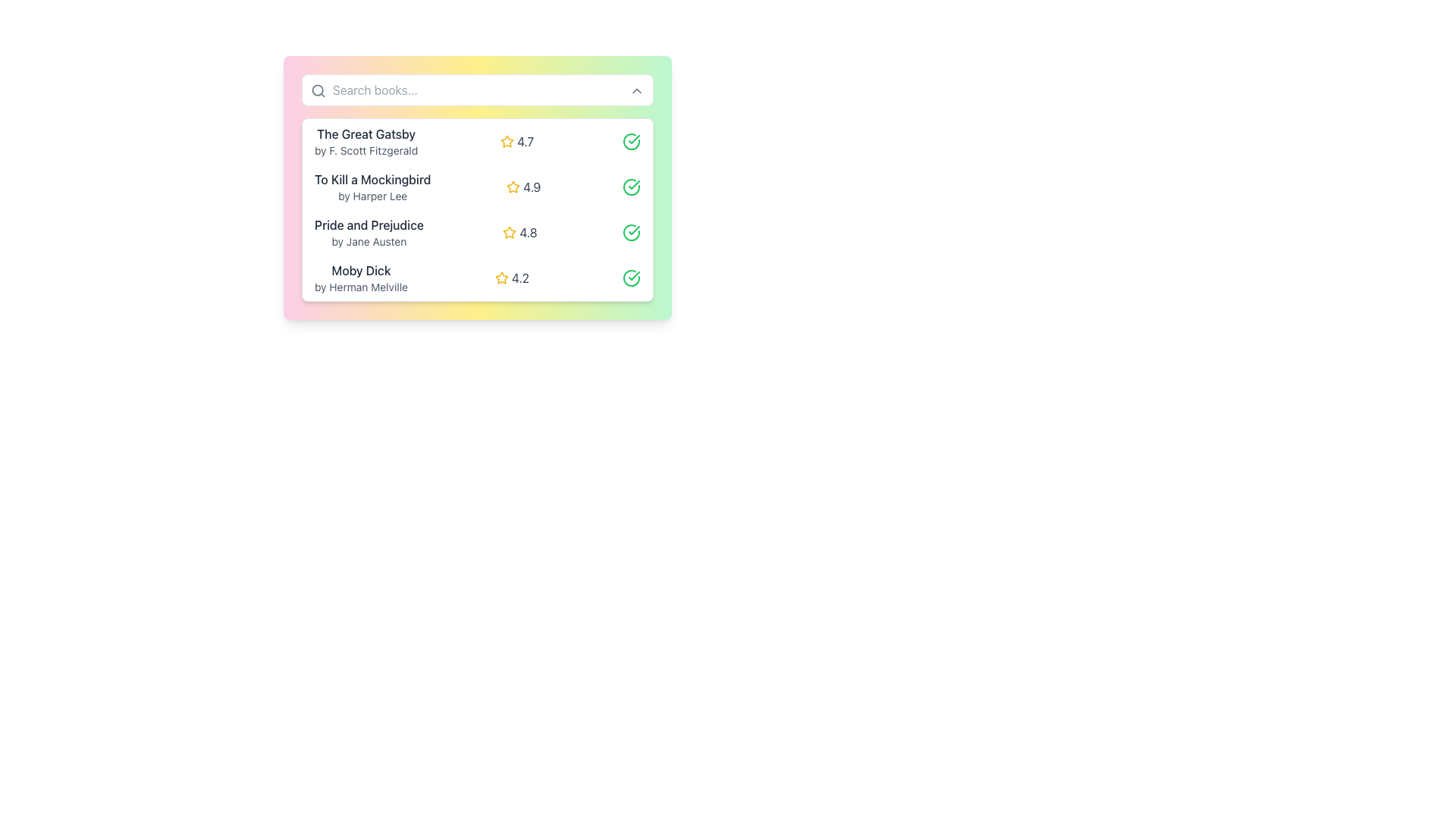 This screenshot has width=1456, height=819. What do you see at coordinates (632, 141) in the screenshot?
I see `the circular green checkmark icon indicating a confirmed status, located at the rightmost position of the row containing 'The Great Gatsby by F. Scott Fitzgerald' and a rating of '4.7'` at bounding box center [632, 141].